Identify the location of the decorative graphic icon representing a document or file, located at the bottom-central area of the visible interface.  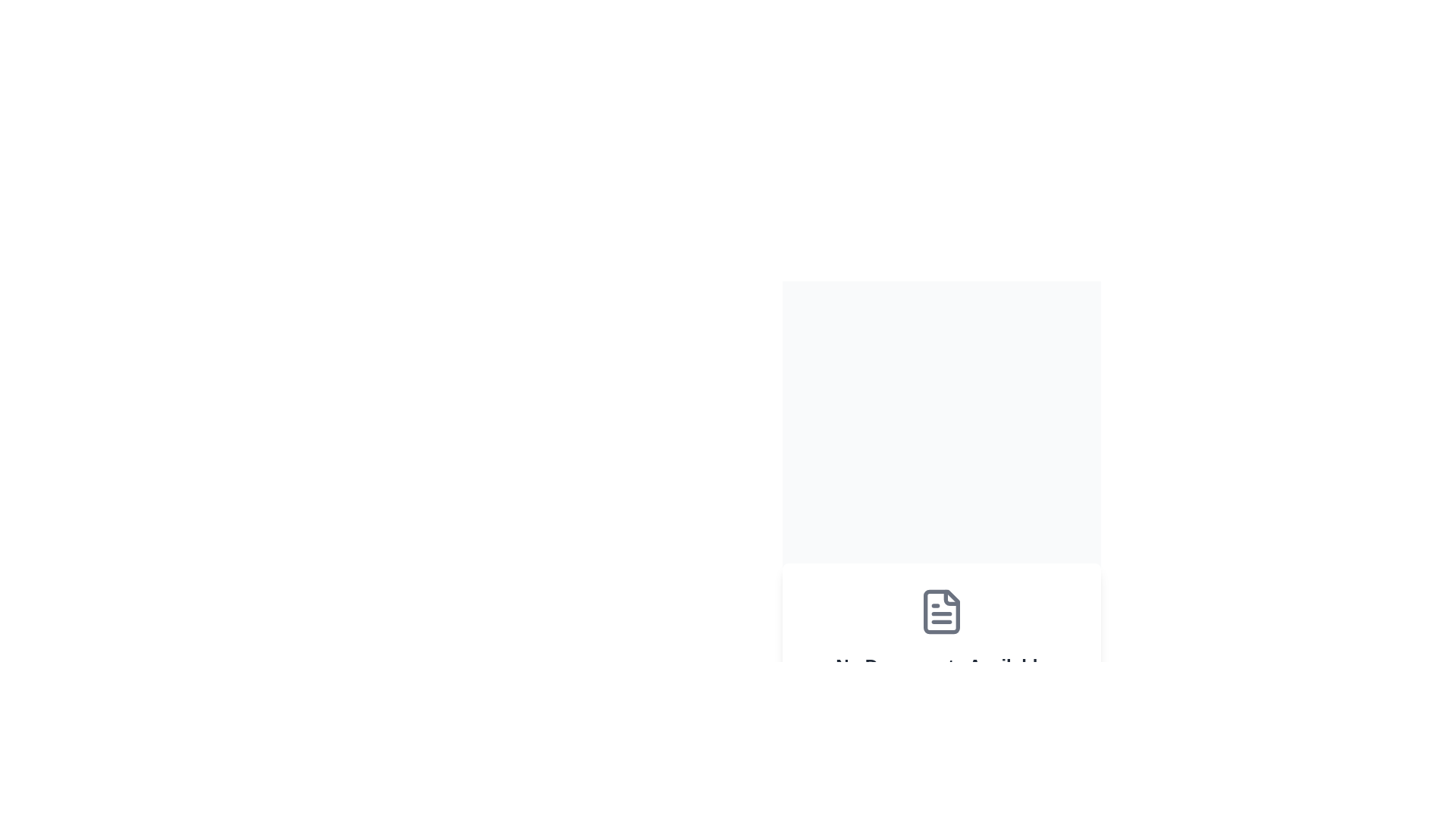
(941, 610).